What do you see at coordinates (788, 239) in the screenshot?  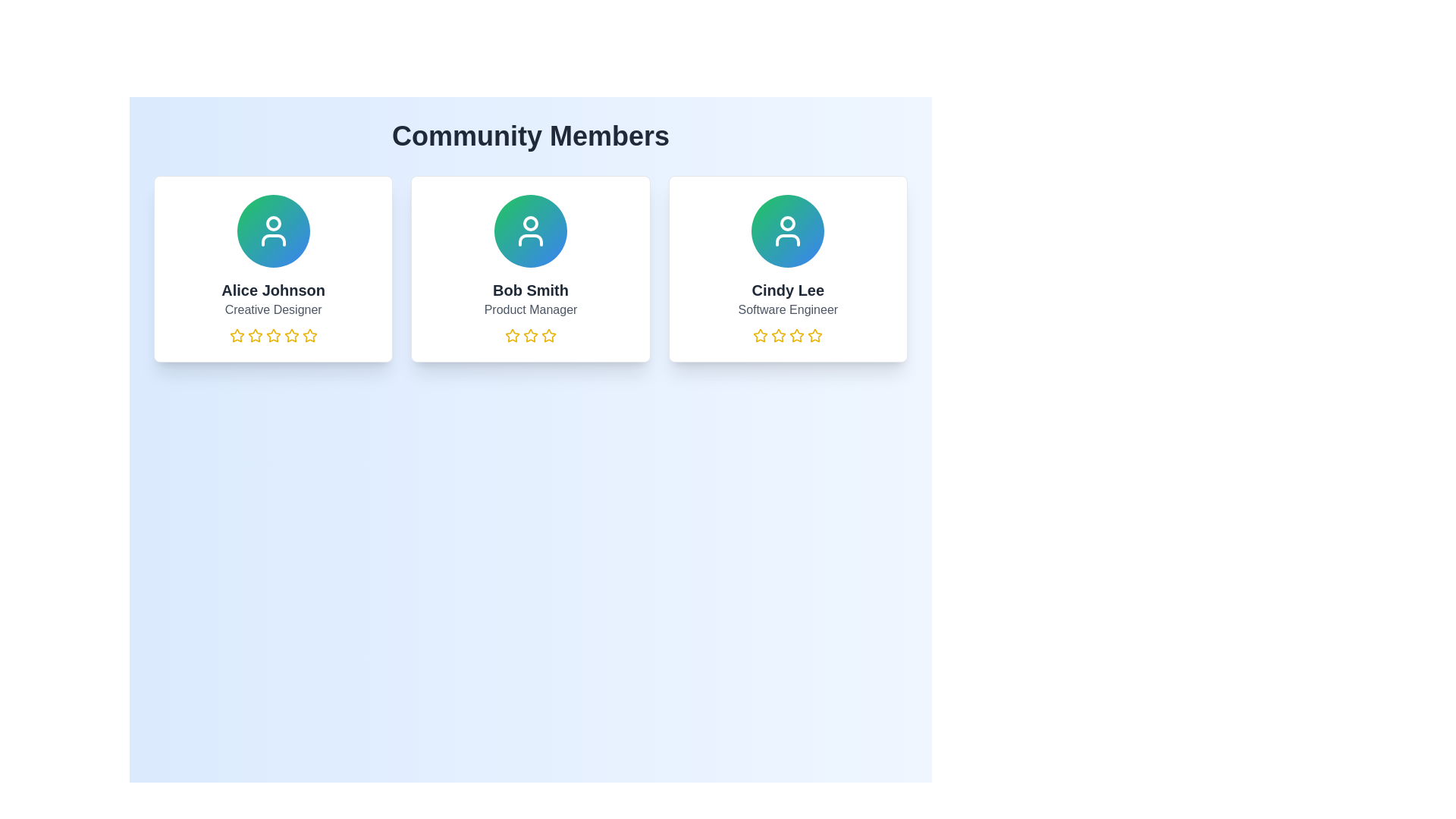 I see `the lower segment of the user icon graphic representing Cindy Lee in the Community Members section` at bounding box center [788, 239].